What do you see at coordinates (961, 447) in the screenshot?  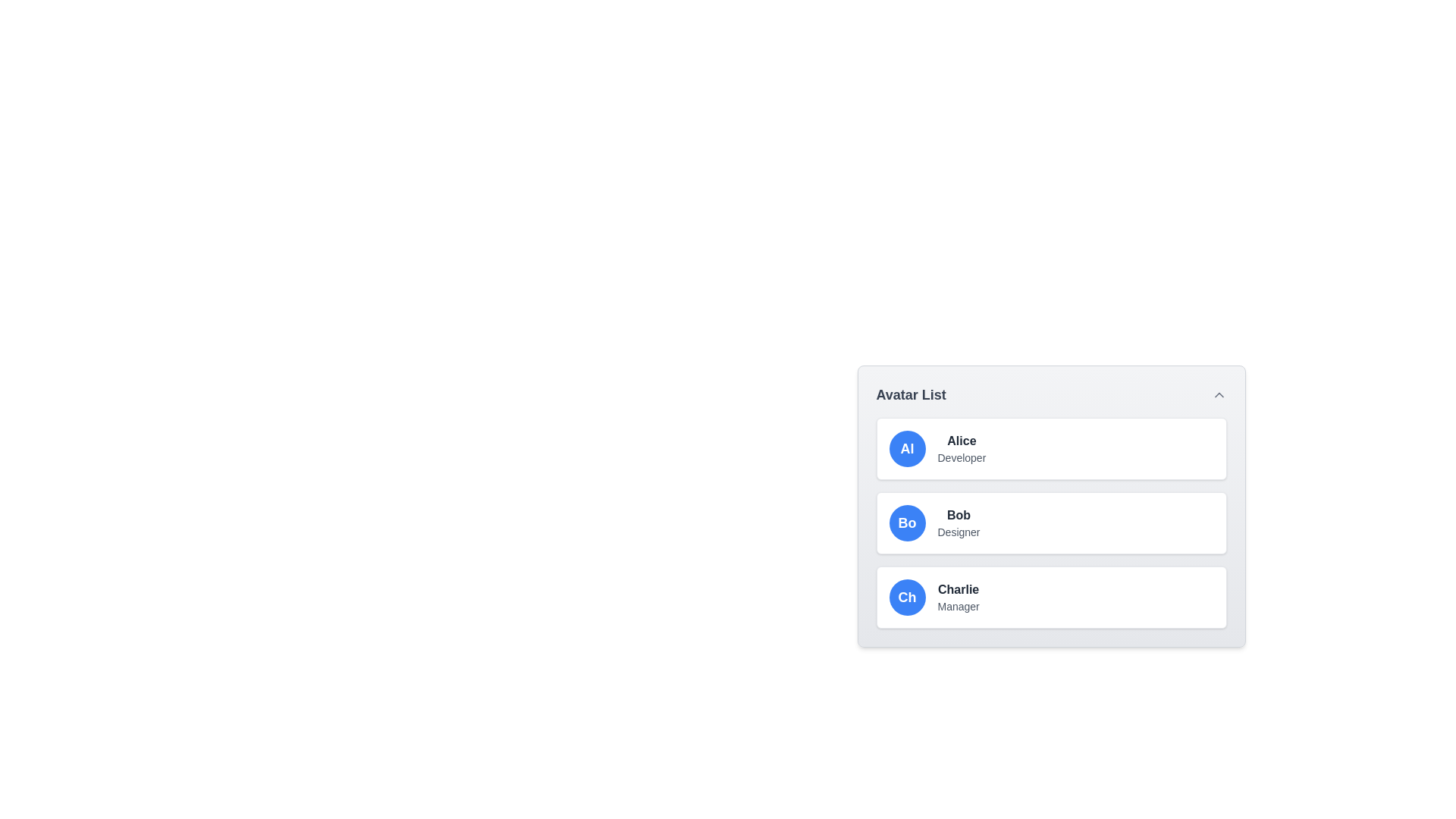 I see `the text display representing the name and profession of a user` at bounding box center [961, 447].